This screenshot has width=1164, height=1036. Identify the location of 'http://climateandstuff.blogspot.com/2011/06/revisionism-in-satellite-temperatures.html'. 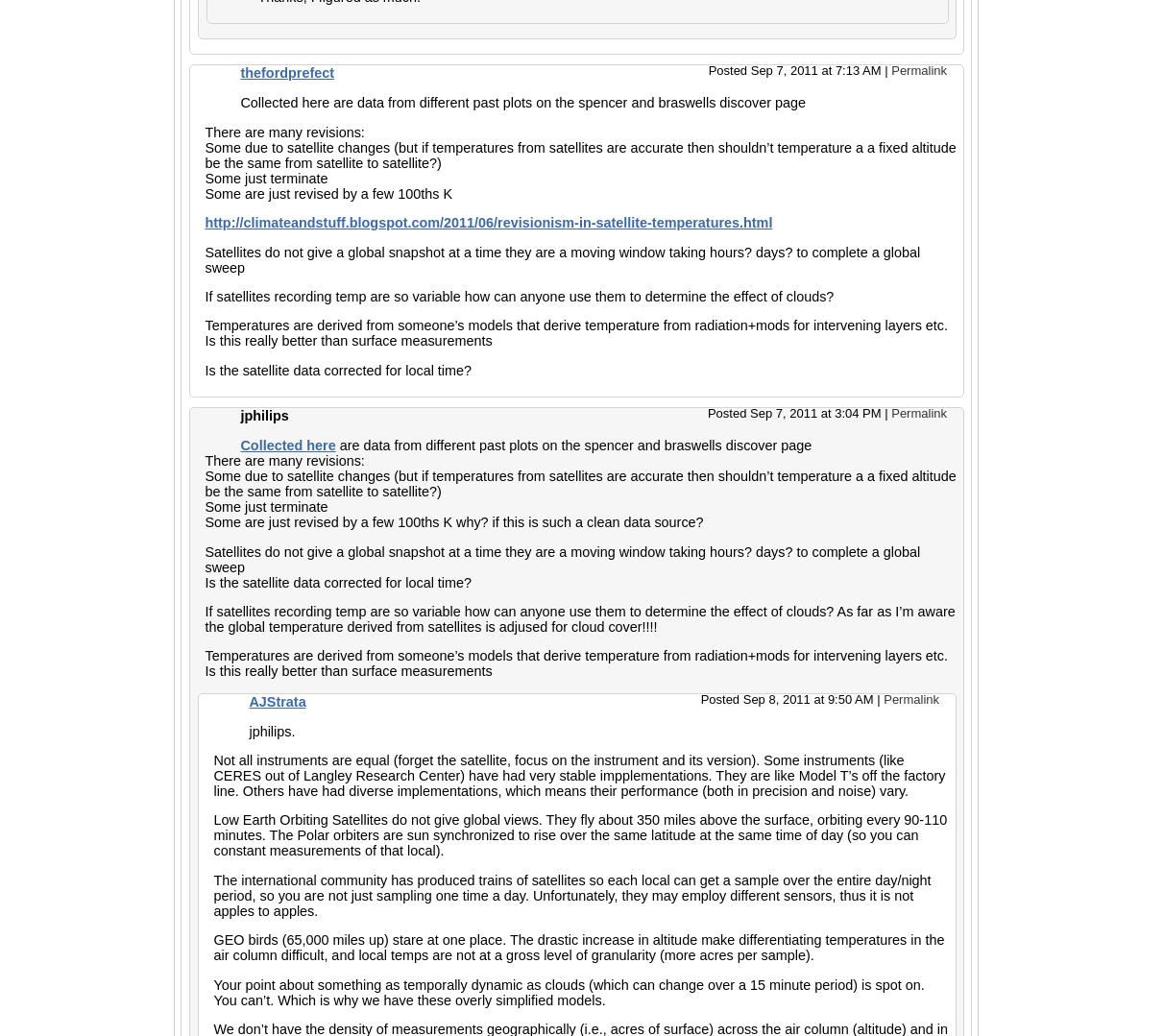
(203, 221).